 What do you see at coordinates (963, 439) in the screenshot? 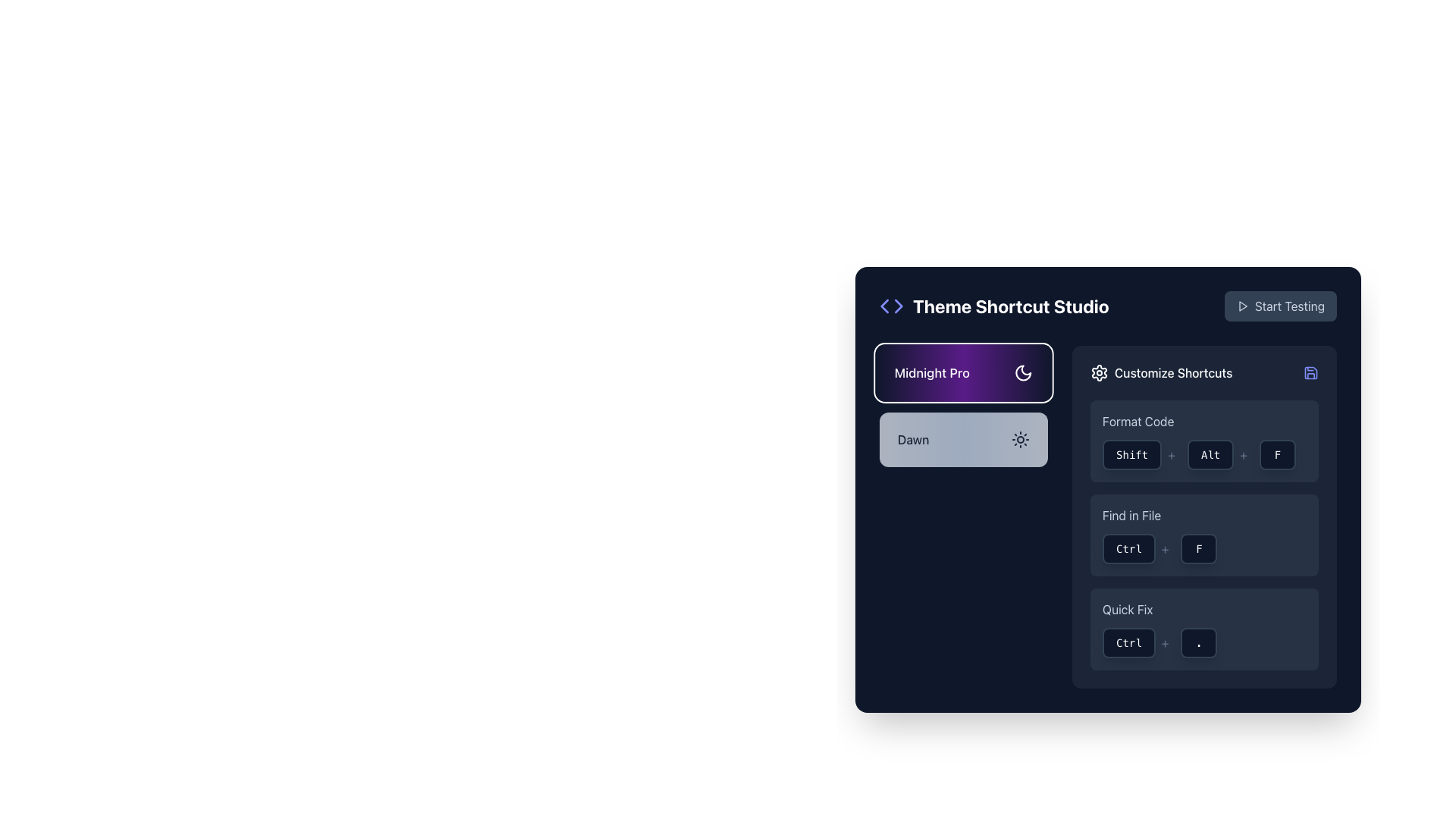
I see `the rectangular button with rounded corners and a gradient background labeled 'Dawn'` at bounding box center [963, 439].